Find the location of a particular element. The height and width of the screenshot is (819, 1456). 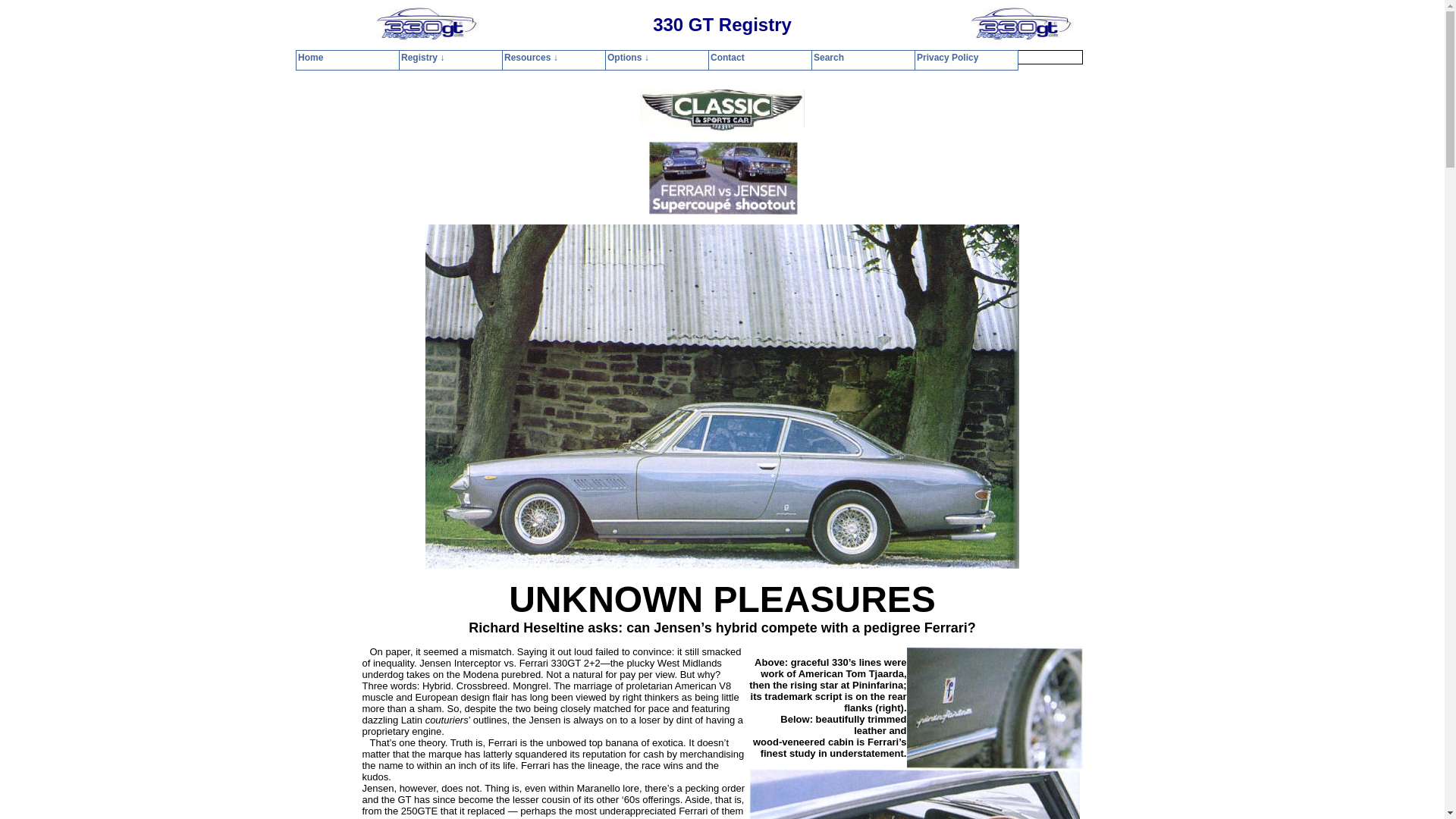

'Registry' is located at coordinates (610, 56).